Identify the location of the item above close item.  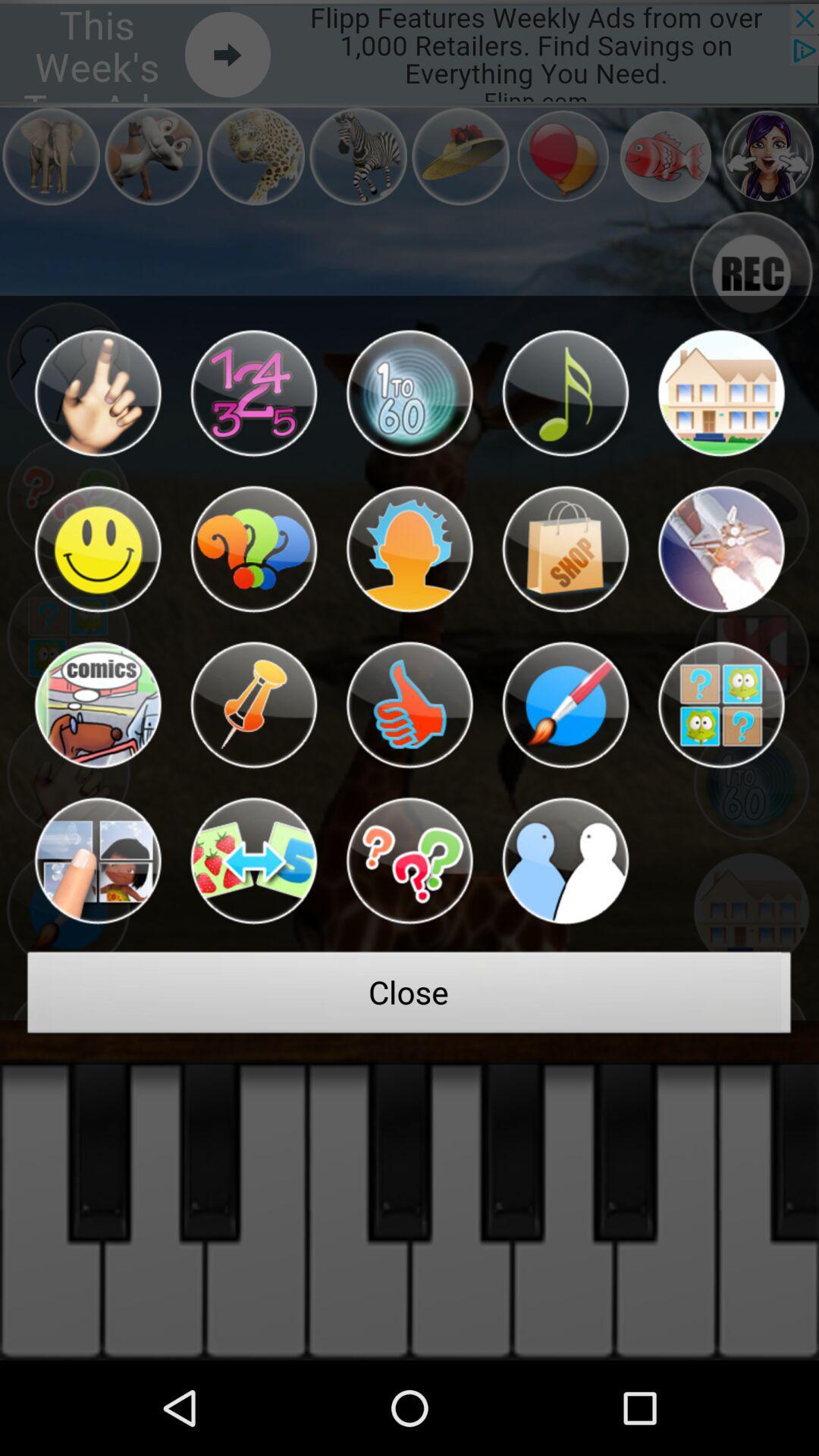
(253, 861).